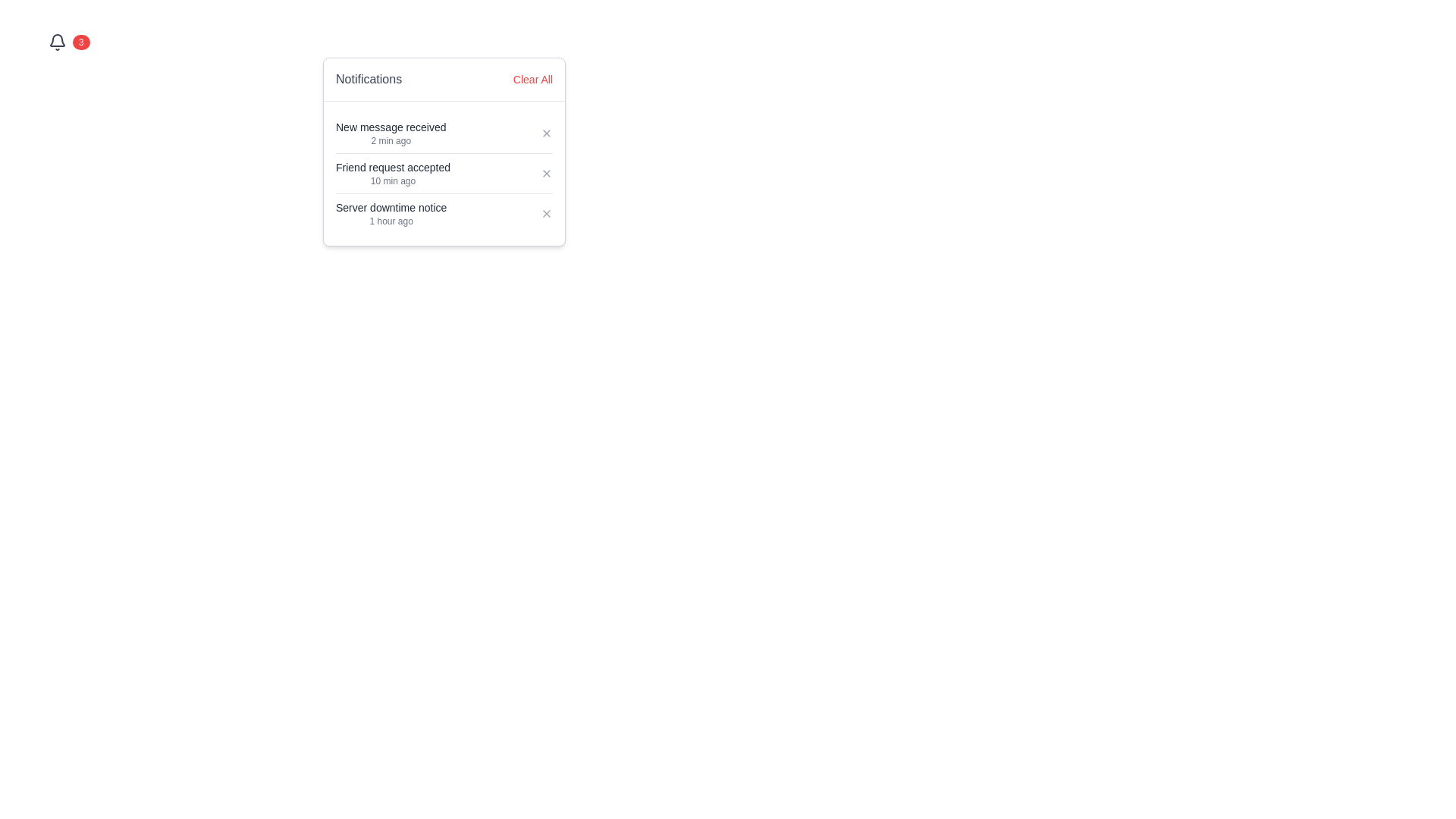 The width and height of the screenshot is (1456, 819). What do you see at coordinates (546, 213) in the screenshot?
I see `the dismiss button for the 'Server downtime notice' notification, which is located on the far right side of its row in the notifications dropdown panel` at bounding box center [546, 213].